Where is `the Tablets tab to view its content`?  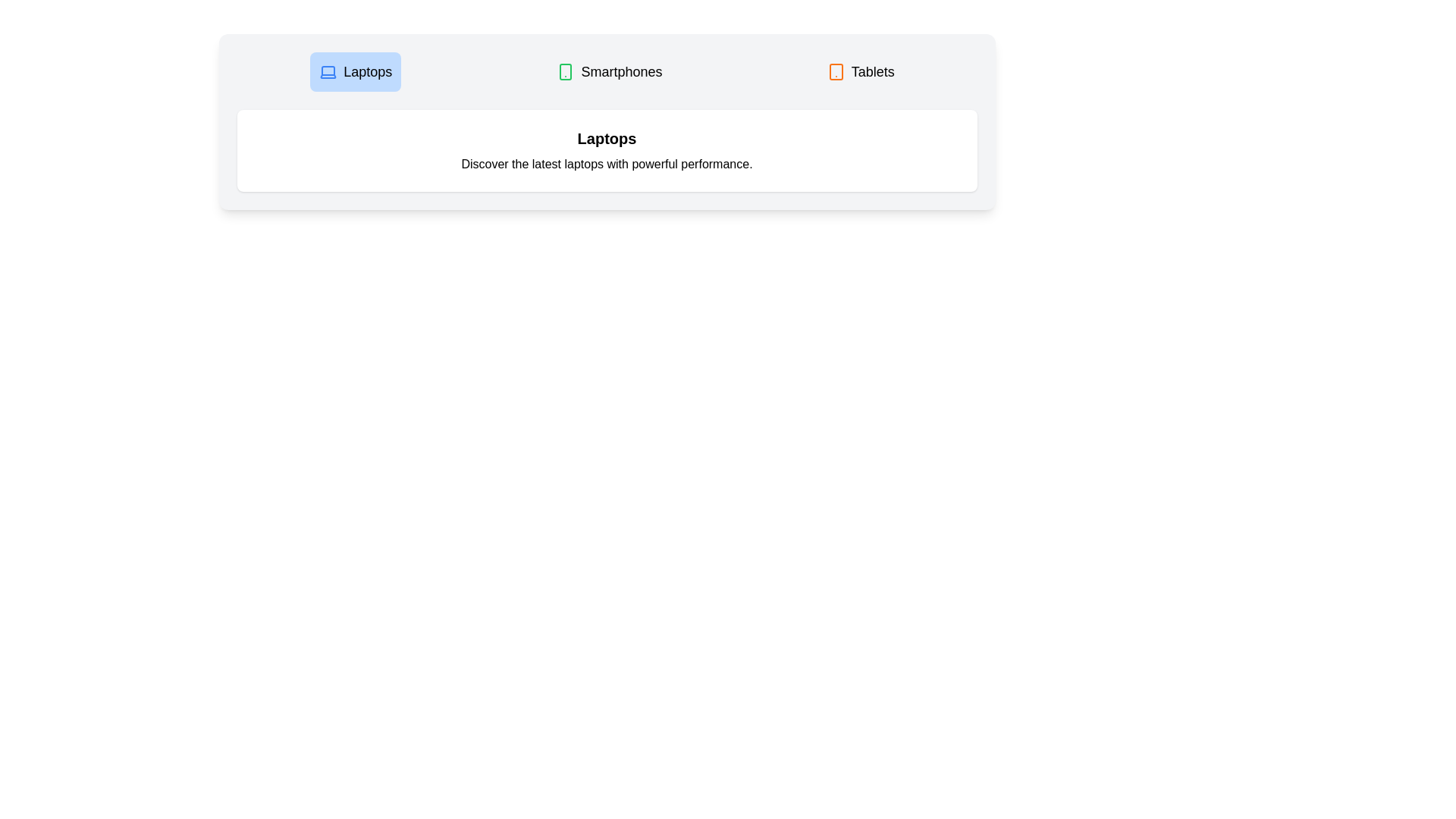 the Tablets tab to view its content is located at coordinates (860, 72).